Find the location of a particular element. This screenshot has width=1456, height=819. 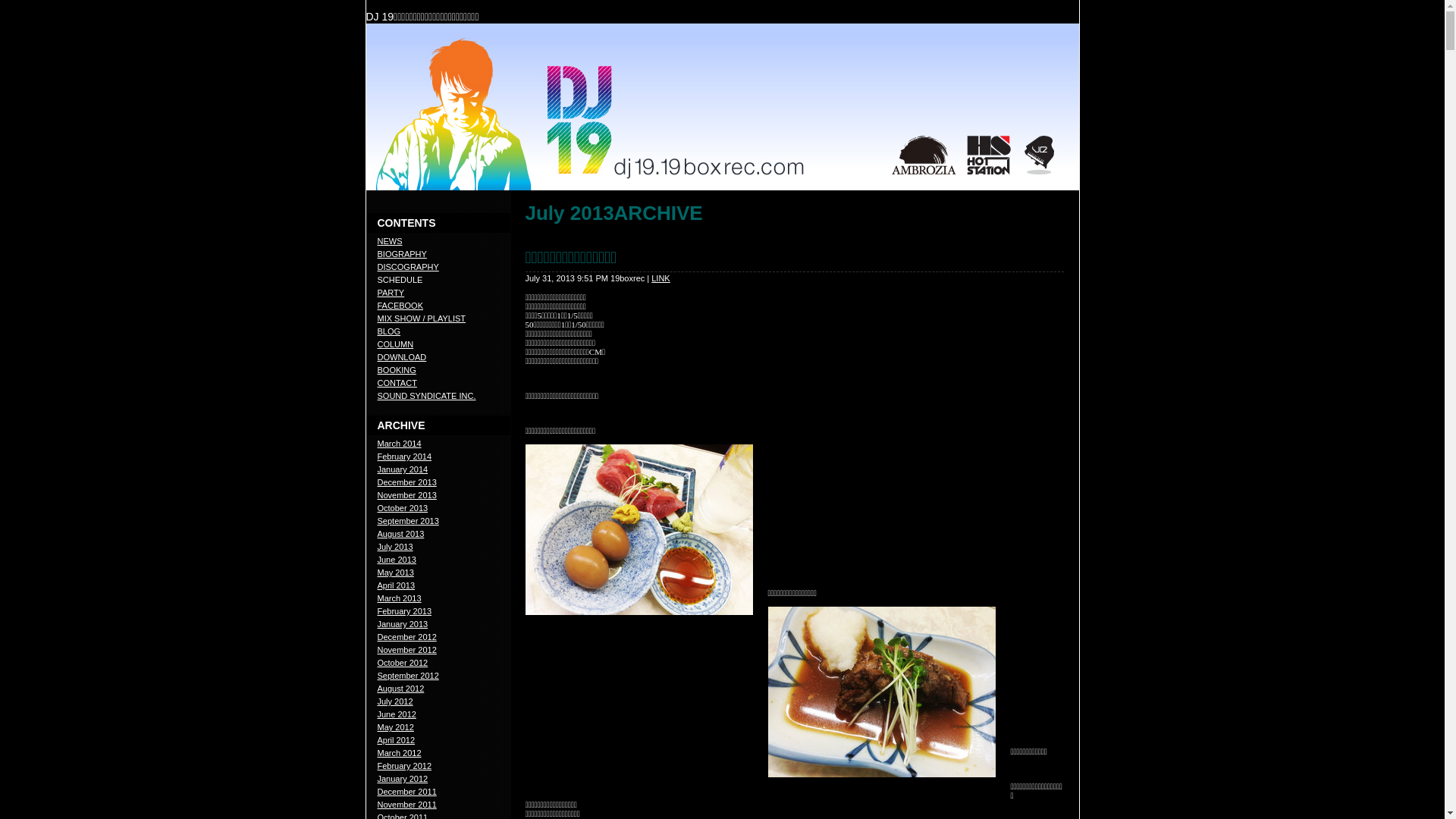

'DOWNLOAD' is located at coordinates (402, 356).